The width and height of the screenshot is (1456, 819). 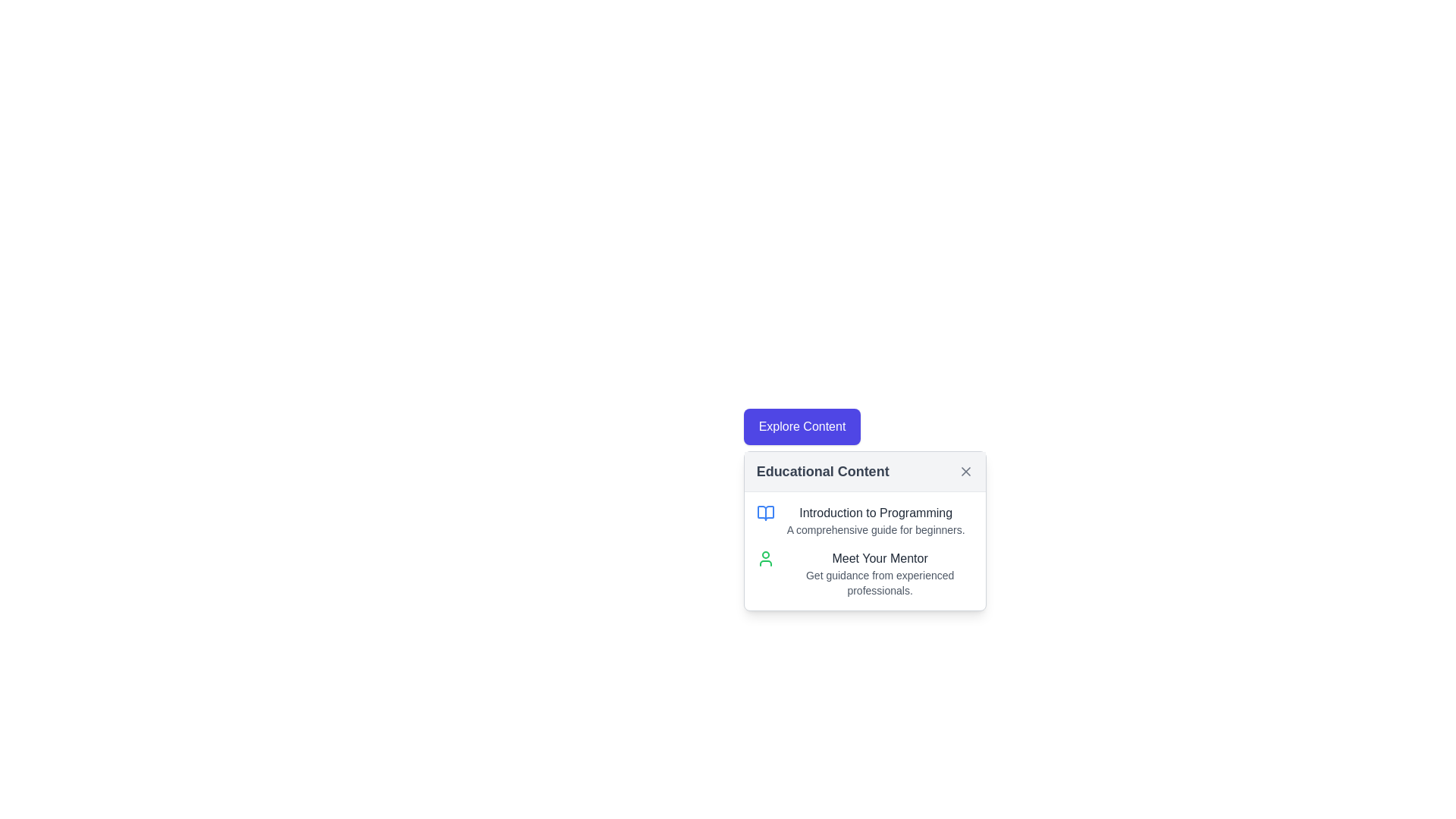 I want to click on text displayed in the 'Meet Your Mentor' text label, which is bold and dark gray, located near the bottom of the pop-up box, so click(x=880, y=558).